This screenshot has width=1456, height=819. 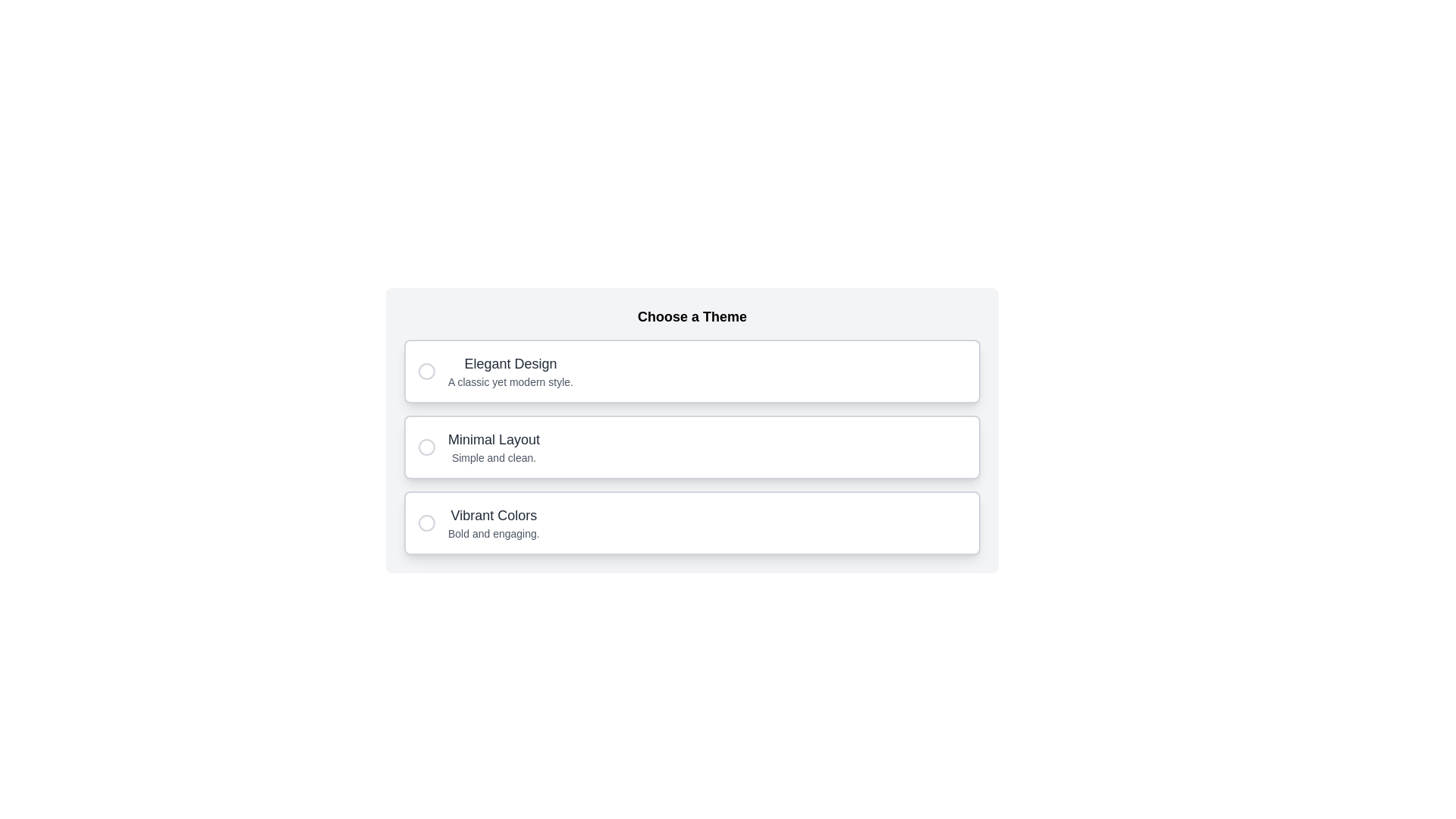 I want to click on the static text element that reads 'Elegant Design', which is the first option in a list of themes located under the heading 'Choose a Theme', so click(x=510, y=363).